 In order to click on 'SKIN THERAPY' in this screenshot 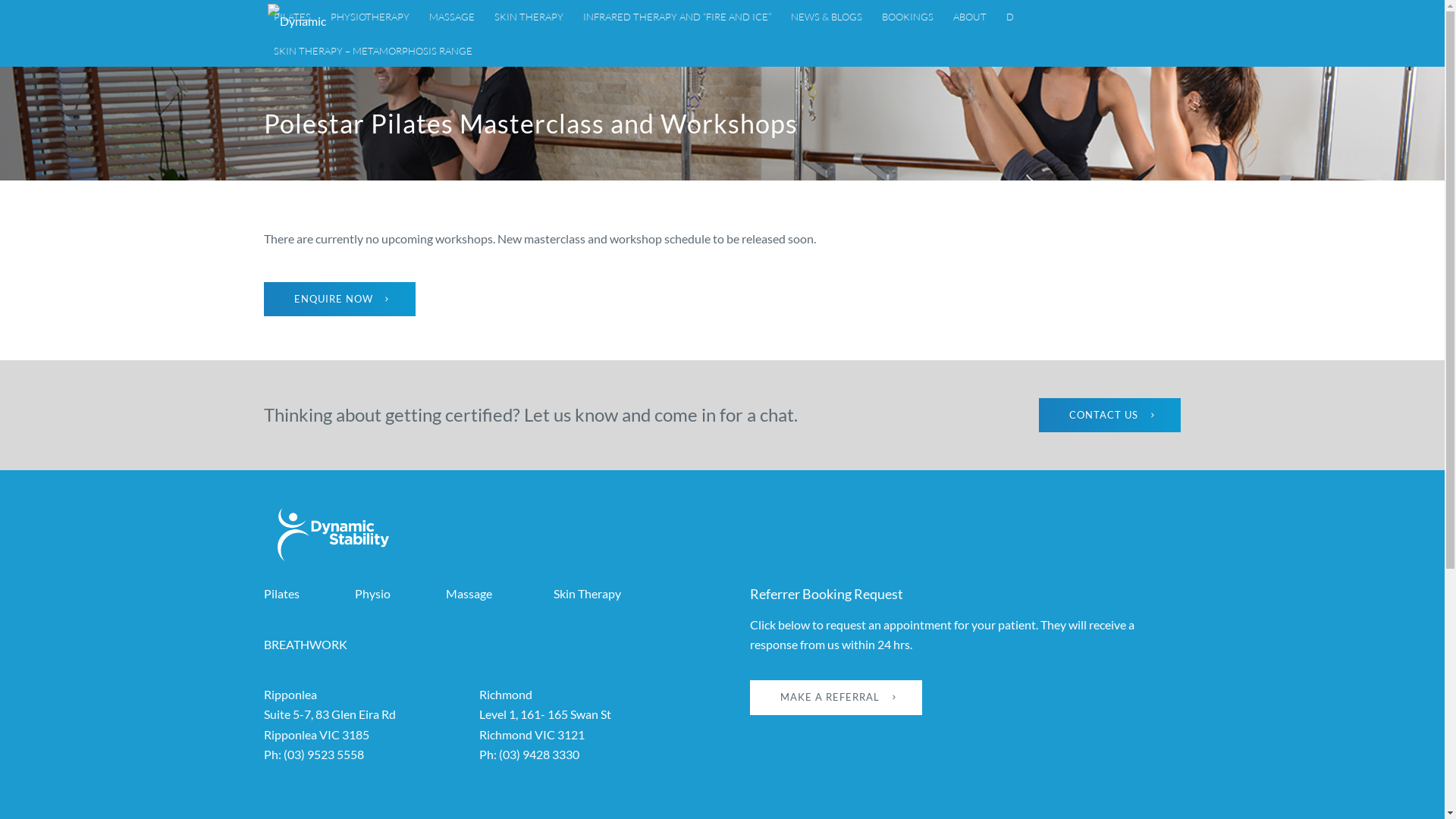, I will do `click(528, 17)`.